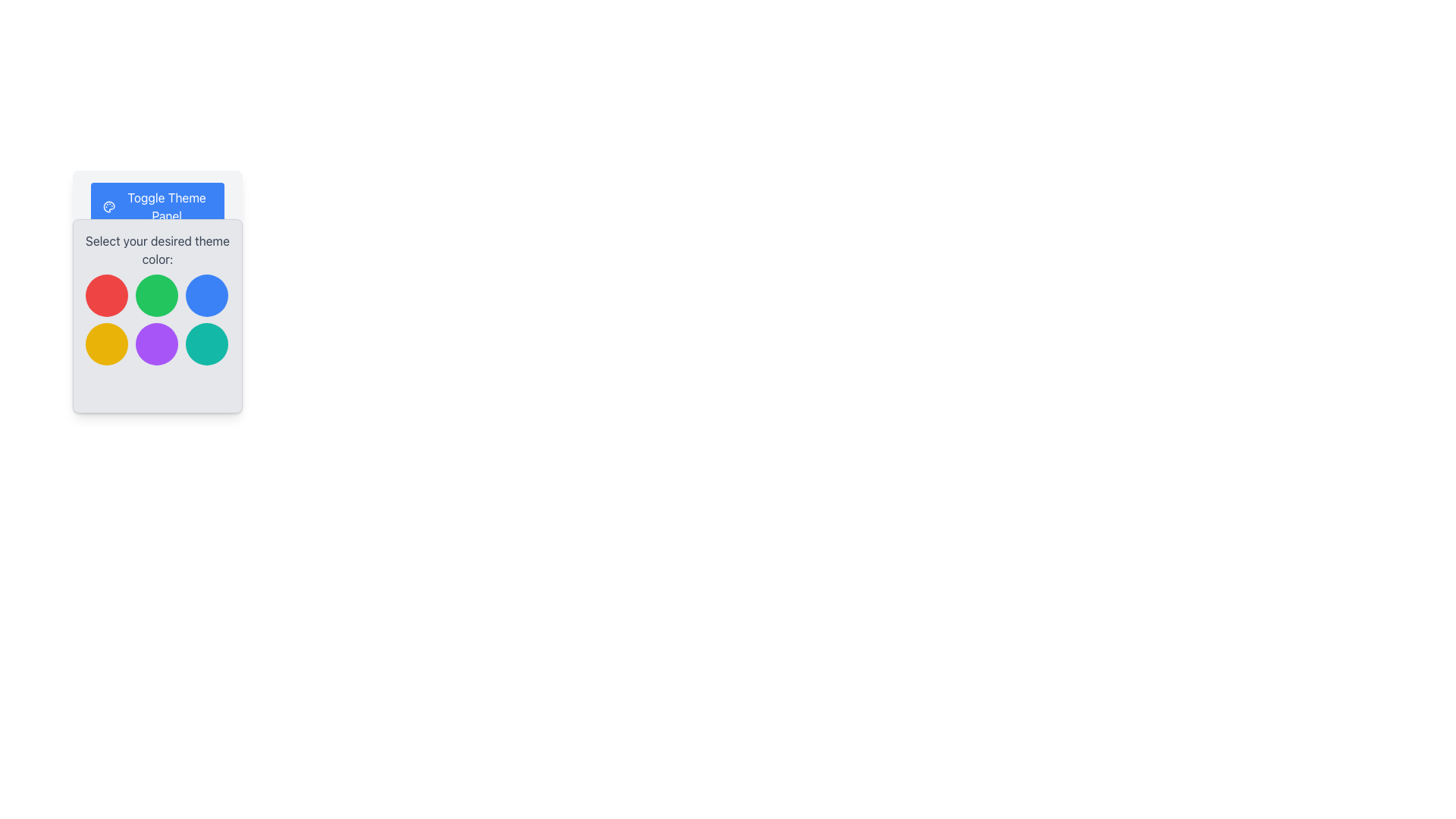 This screenshot has height=819, width=1456. I want to click on the blue color selector button in the theme picker interface, so click(206, 295).